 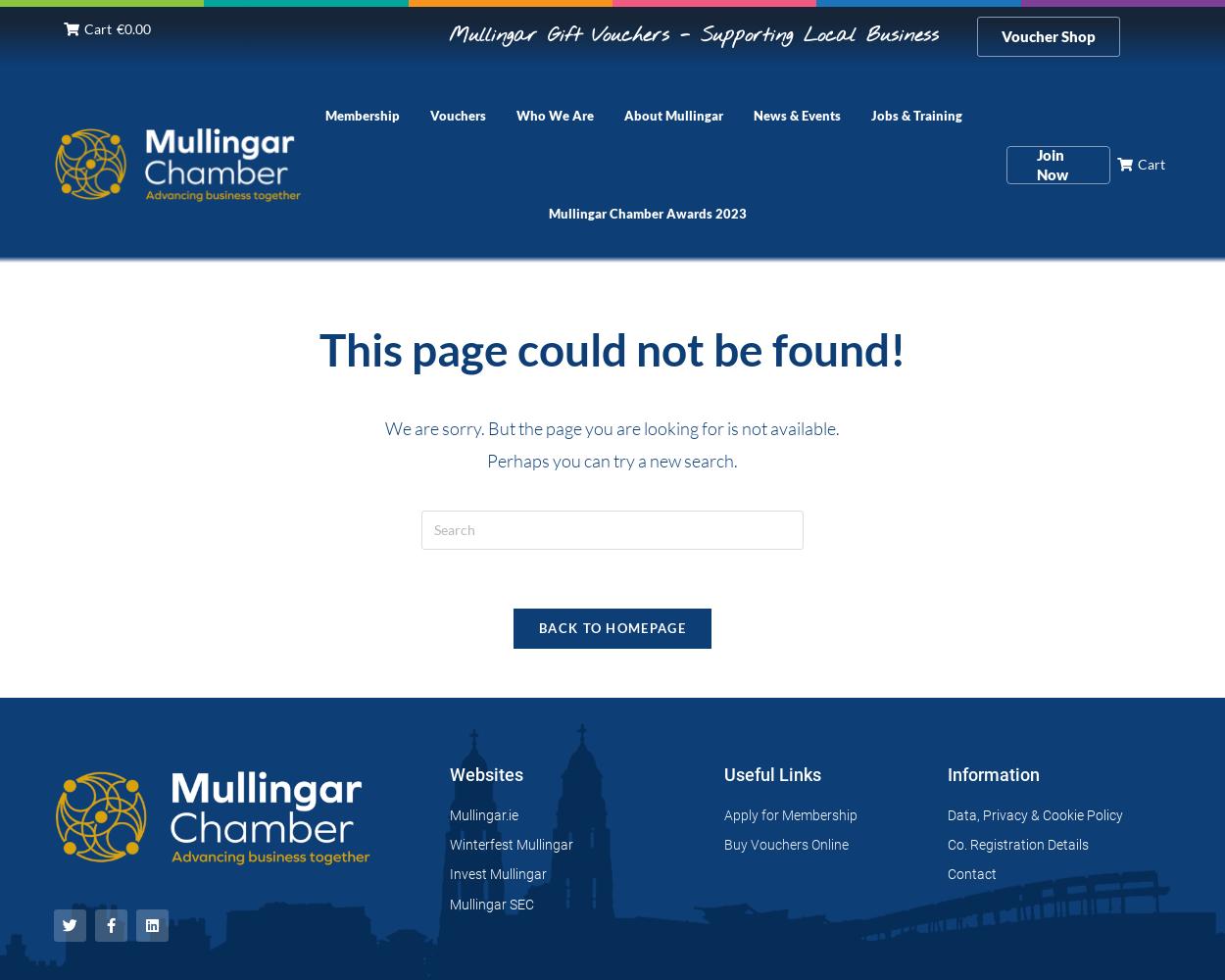 What do you see at coordinates (647, 213) in the screenshot?
I see `'Mullingar Chamber Awards 2023'` at bounding box center [647, 213].